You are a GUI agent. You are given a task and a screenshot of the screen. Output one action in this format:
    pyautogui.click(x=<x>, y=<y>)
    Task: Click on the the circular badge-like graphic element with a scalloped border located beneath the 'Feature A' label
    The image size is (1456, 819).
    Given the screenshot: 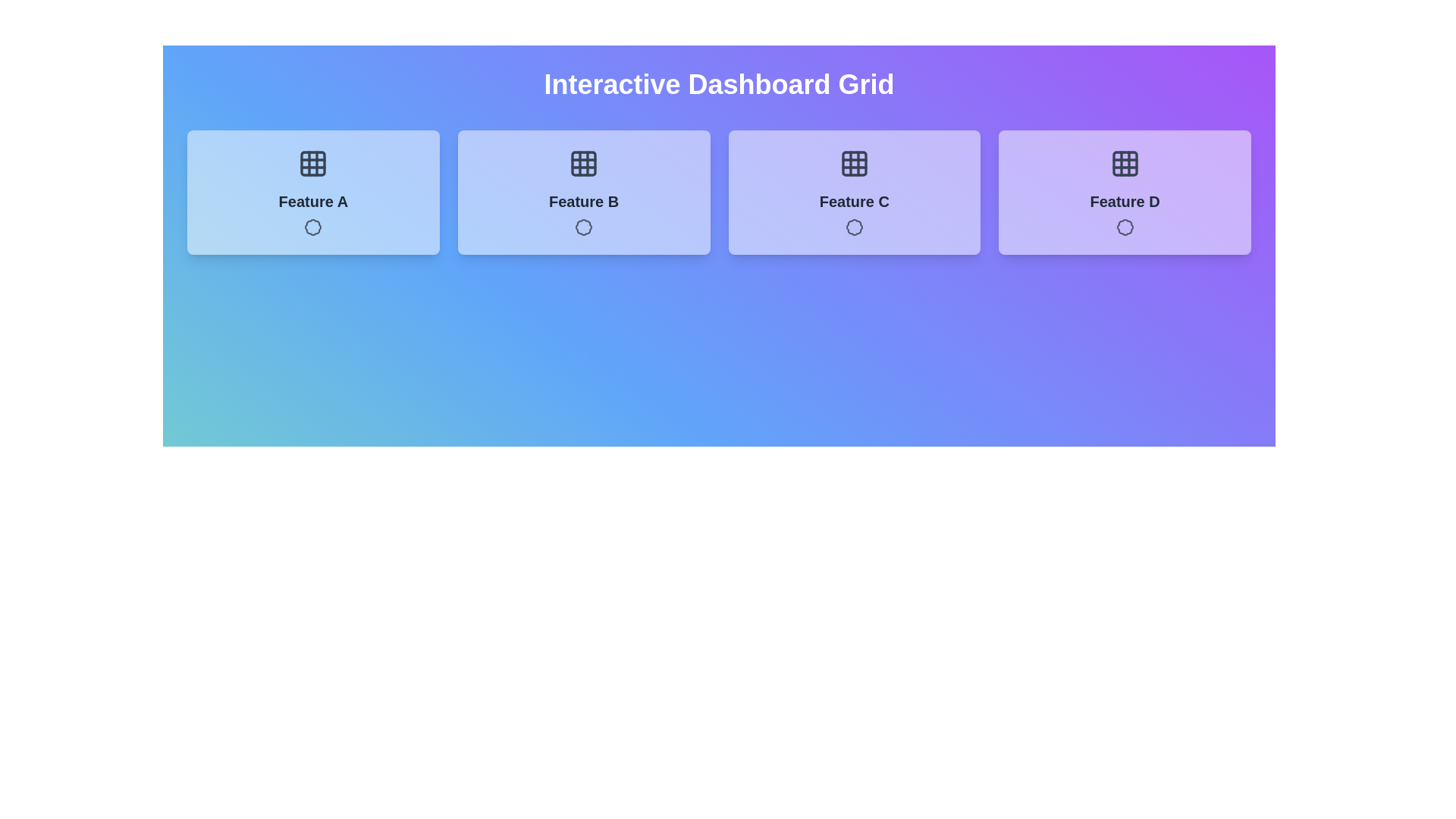 What is the action you would take?
    pyautogui.click(x=312, y=227)
    